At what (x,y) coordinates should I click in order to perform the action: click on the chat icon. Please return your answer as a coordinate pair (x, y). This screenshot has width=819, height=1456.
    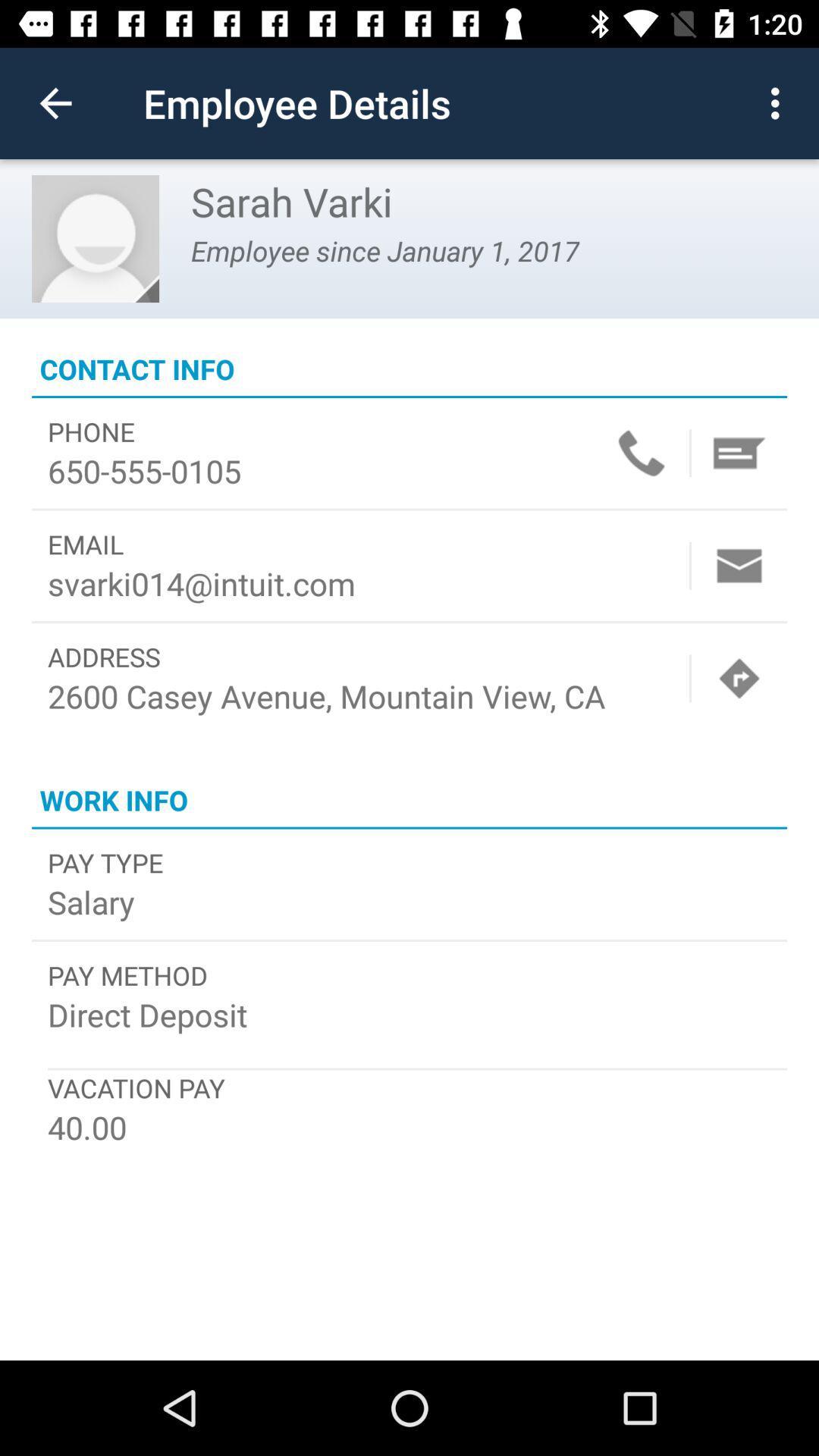
    Looking at the image, I should click on (739, 452).